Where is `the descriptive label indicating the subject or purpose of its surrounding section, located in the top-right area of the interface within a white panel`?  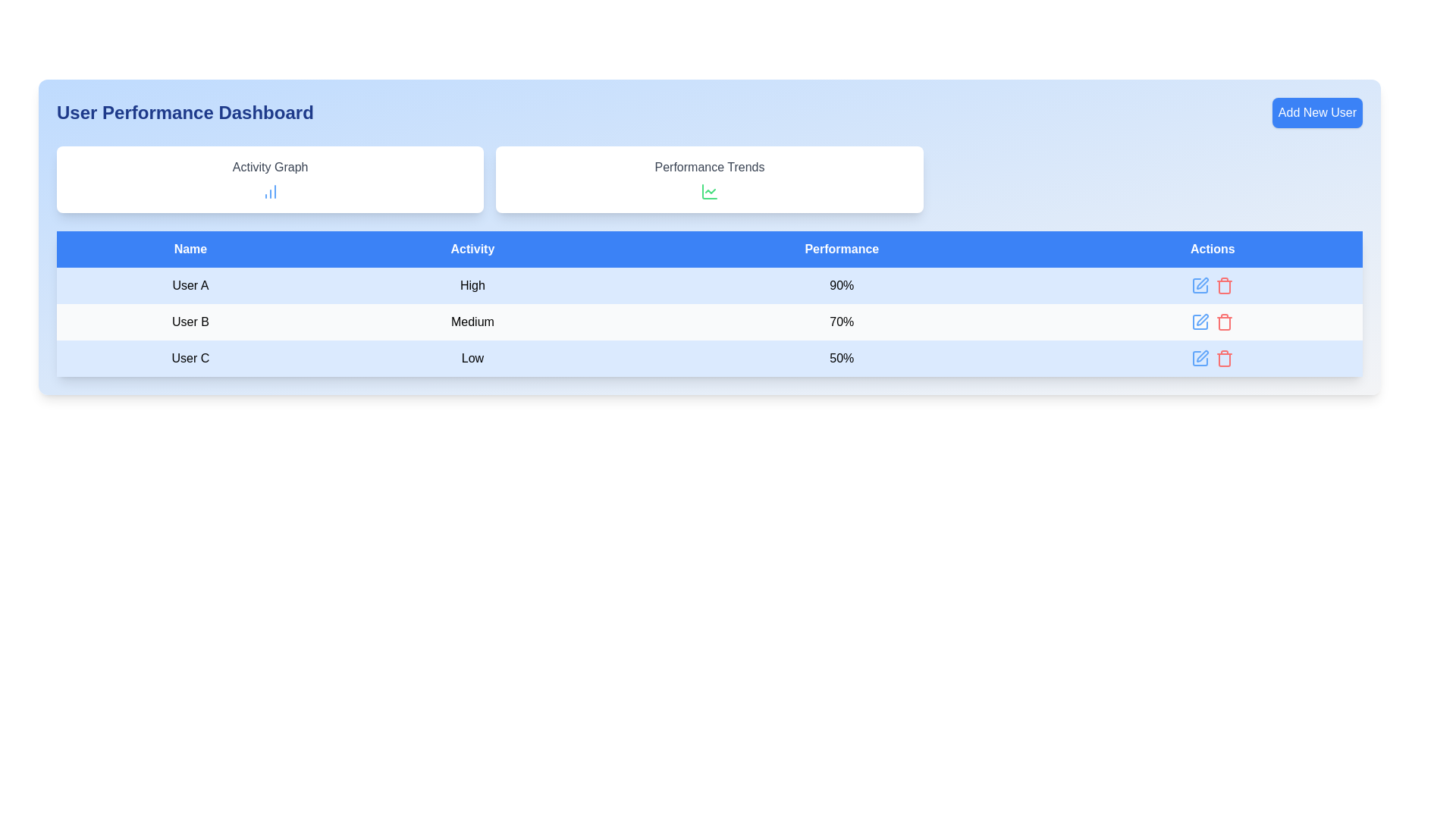
the descriptive label indicating the subject or purpose of its surrounding section, located in the top-right area of the interface within a white panel is located at coordinates (709, 167).